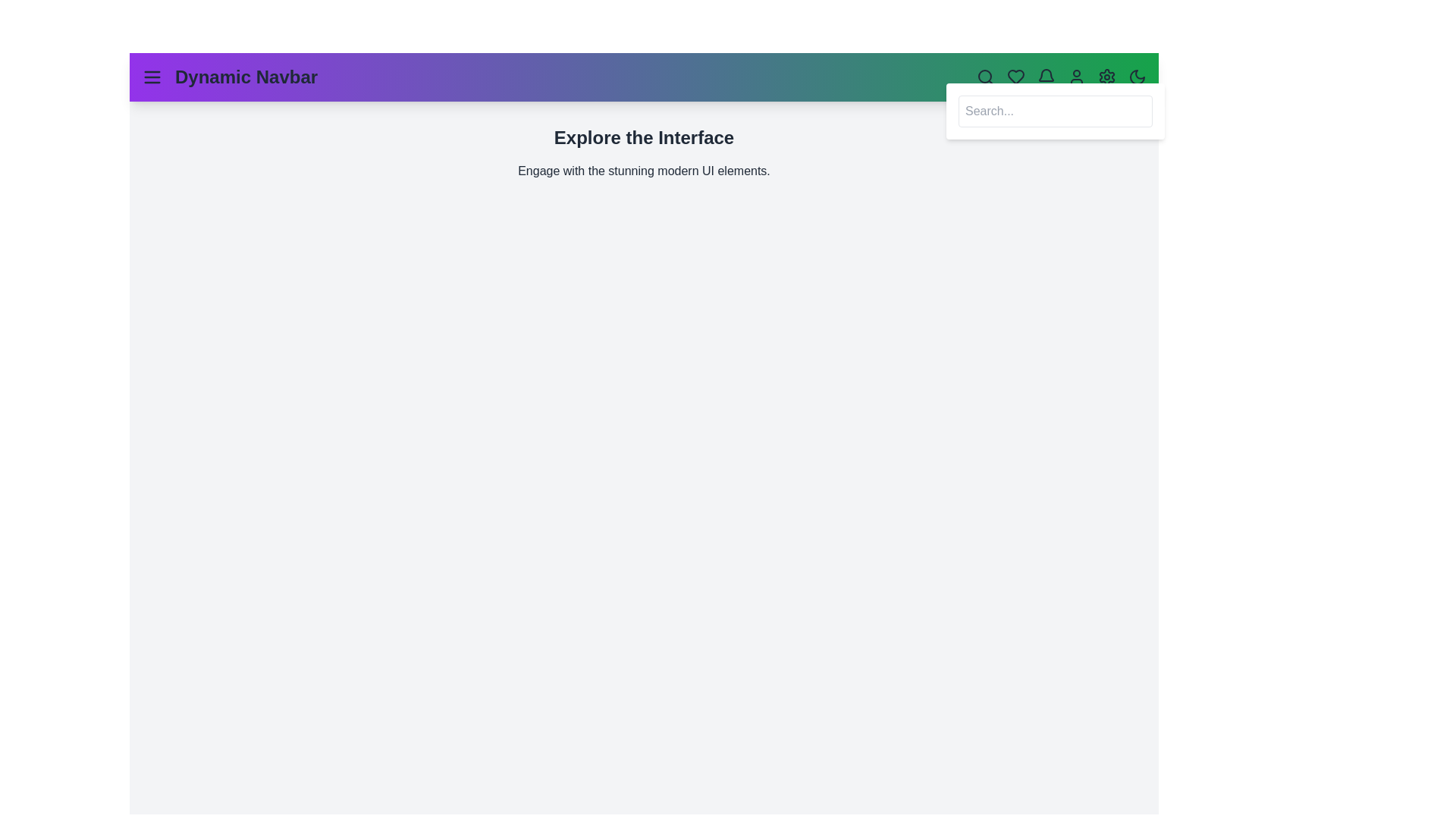 The width and height of the screenshot is (1456, 819). Describe the element at coordinates (1046, 77) in the screenshot. I see `the bell icon to access notifications` at that location.